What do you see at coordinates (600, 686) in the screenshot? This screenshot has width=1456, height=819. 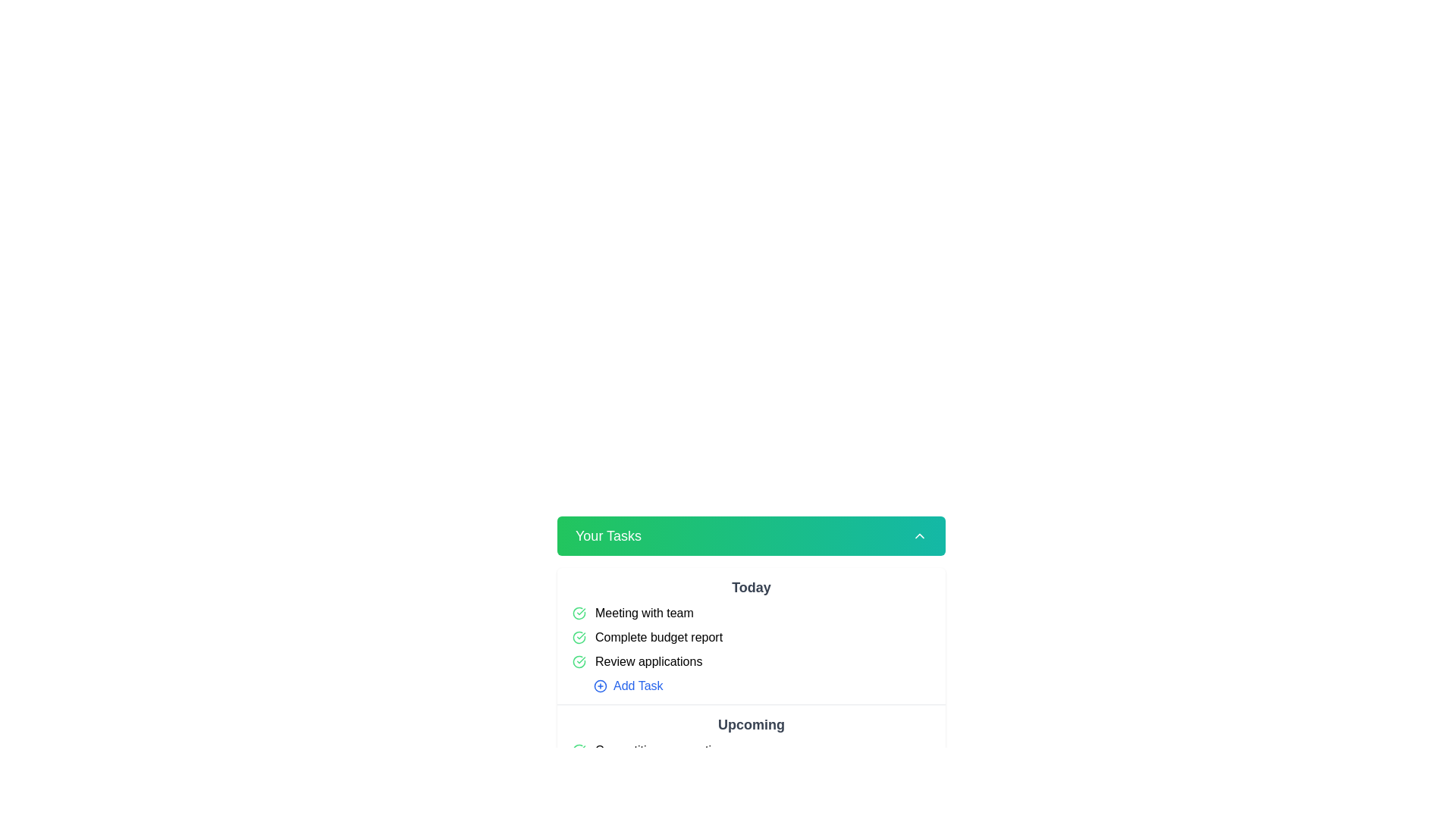 I see `the icon representing the action of adding a task, which is located to the left of the 'Add Task' text in the 'Add Task' button within the 'Your Tasks' interface section` at bounding box center [600, 686].